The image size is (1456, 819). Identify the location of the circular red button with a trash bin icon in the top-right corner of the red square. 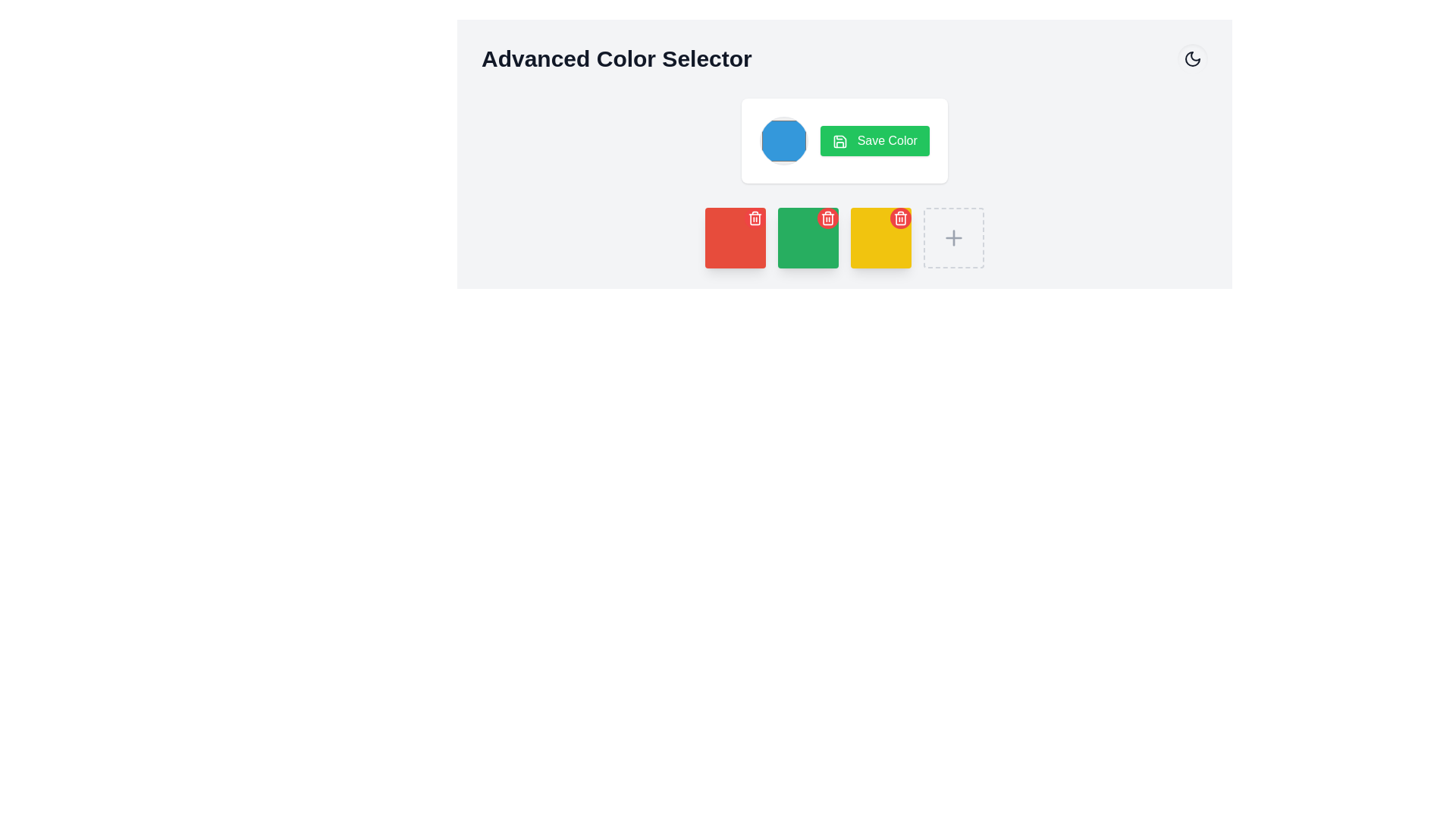
(755, 218).